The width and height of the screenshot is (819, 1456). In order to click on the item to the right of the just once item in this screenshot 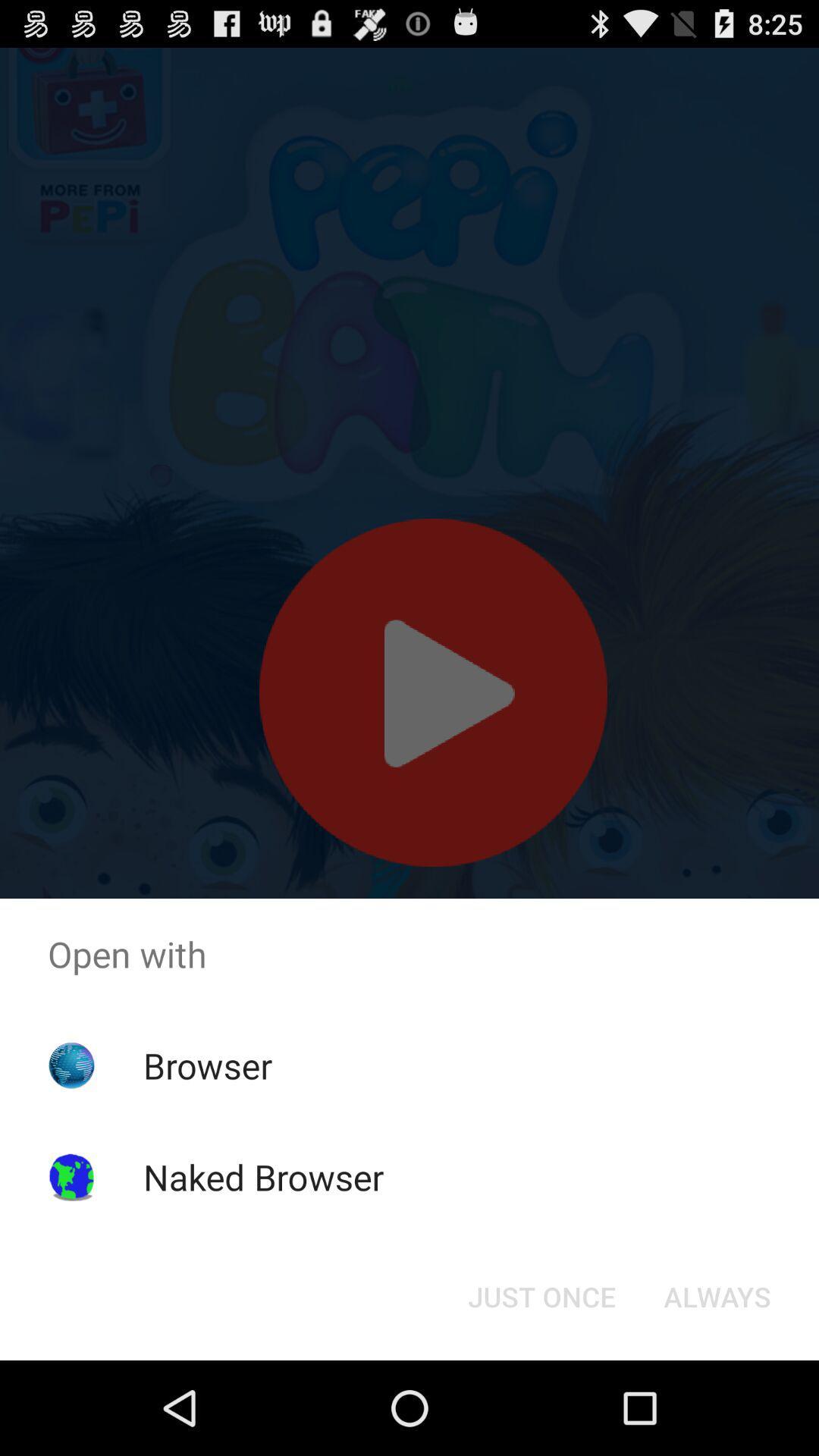, I will do `click(717, 1295)`.